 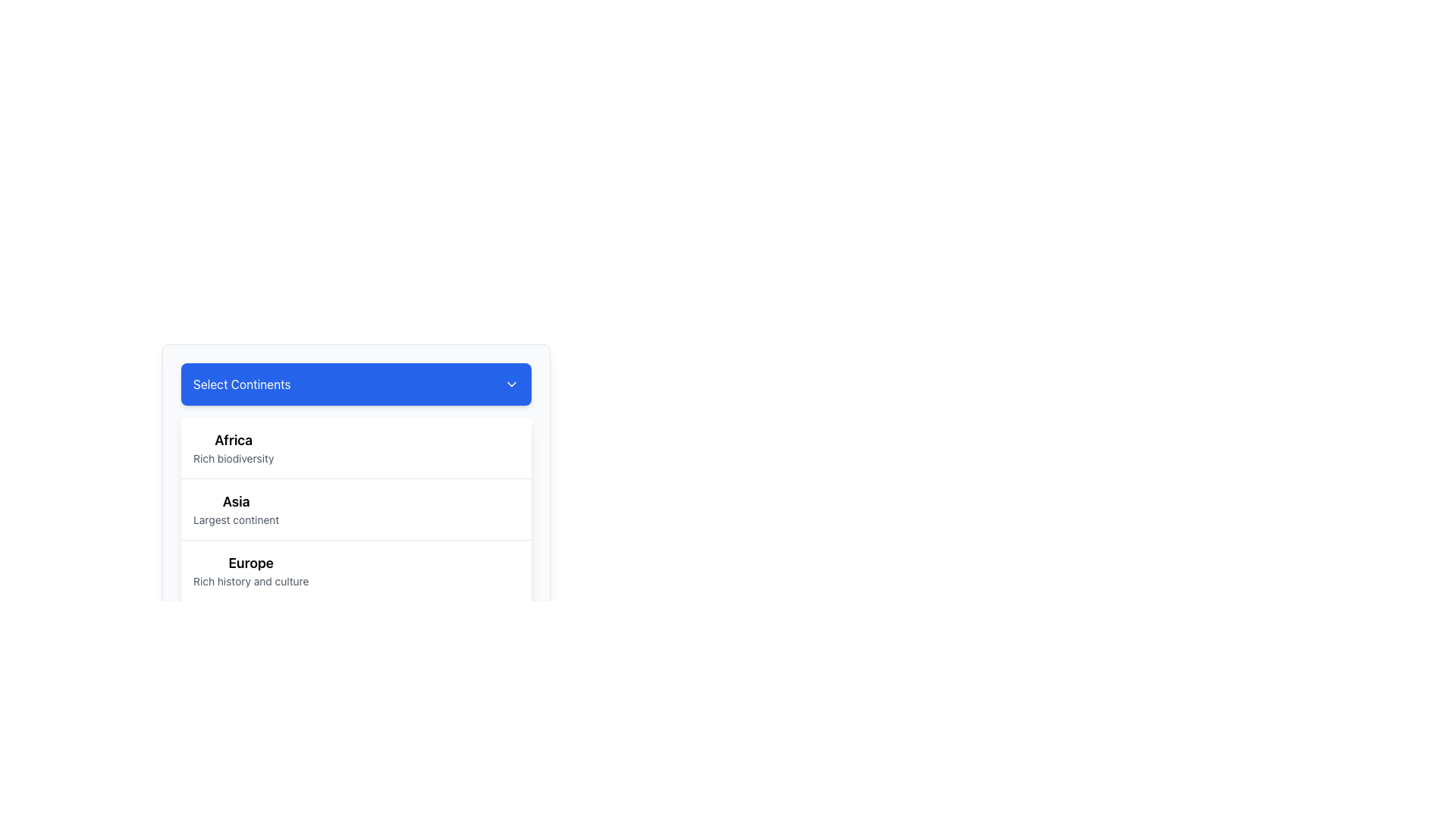 What do you see at coordinates (251, 570) in the screenshot?
I see `the 'Europe' entry in the dropdown selection list` at bounding box center [251, 570].